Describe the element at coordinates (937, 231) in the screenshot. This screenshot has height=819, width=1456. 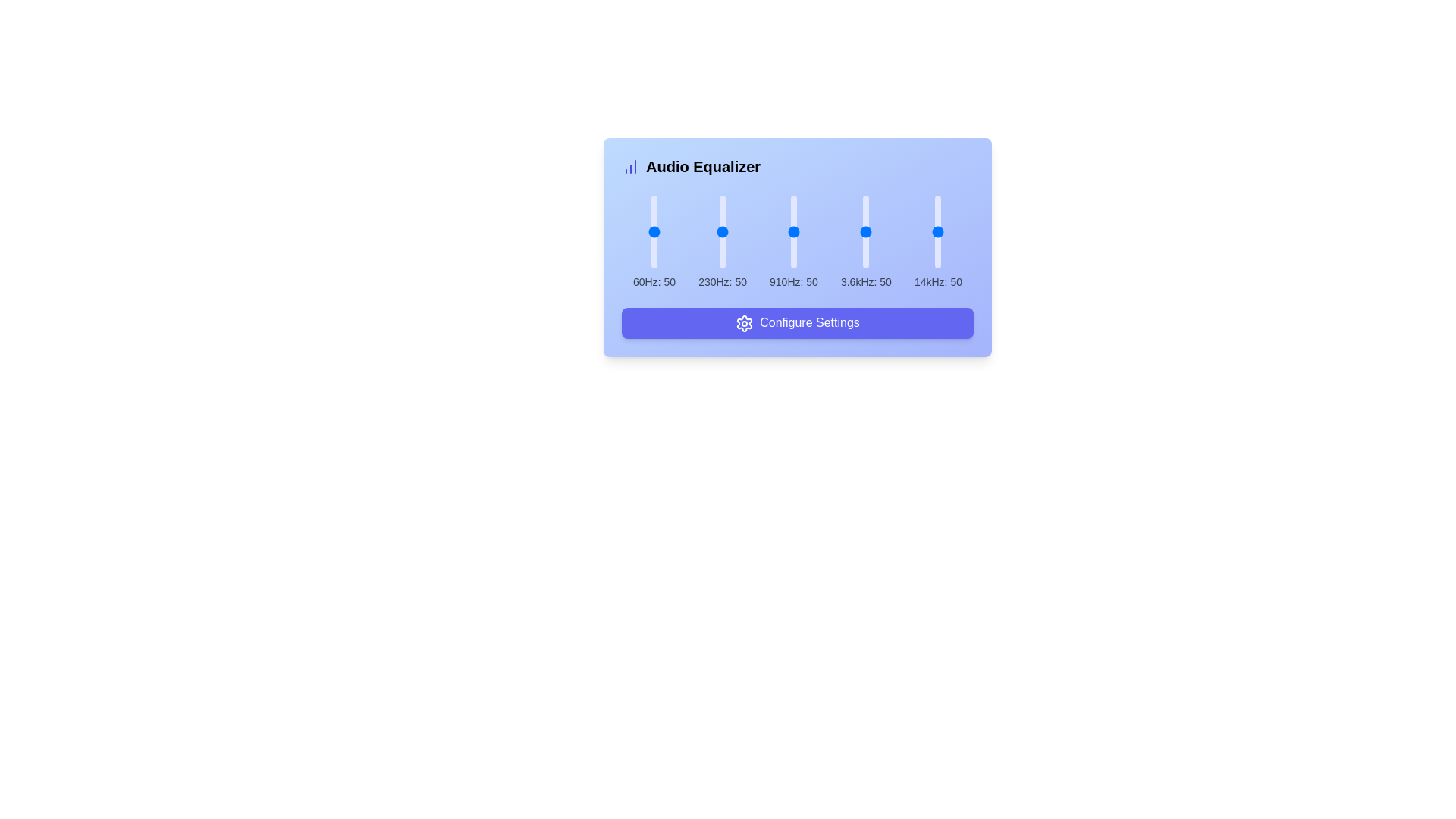
I see `the slider for the '14kHz' parameter in the audio equalizer interface` at that location.